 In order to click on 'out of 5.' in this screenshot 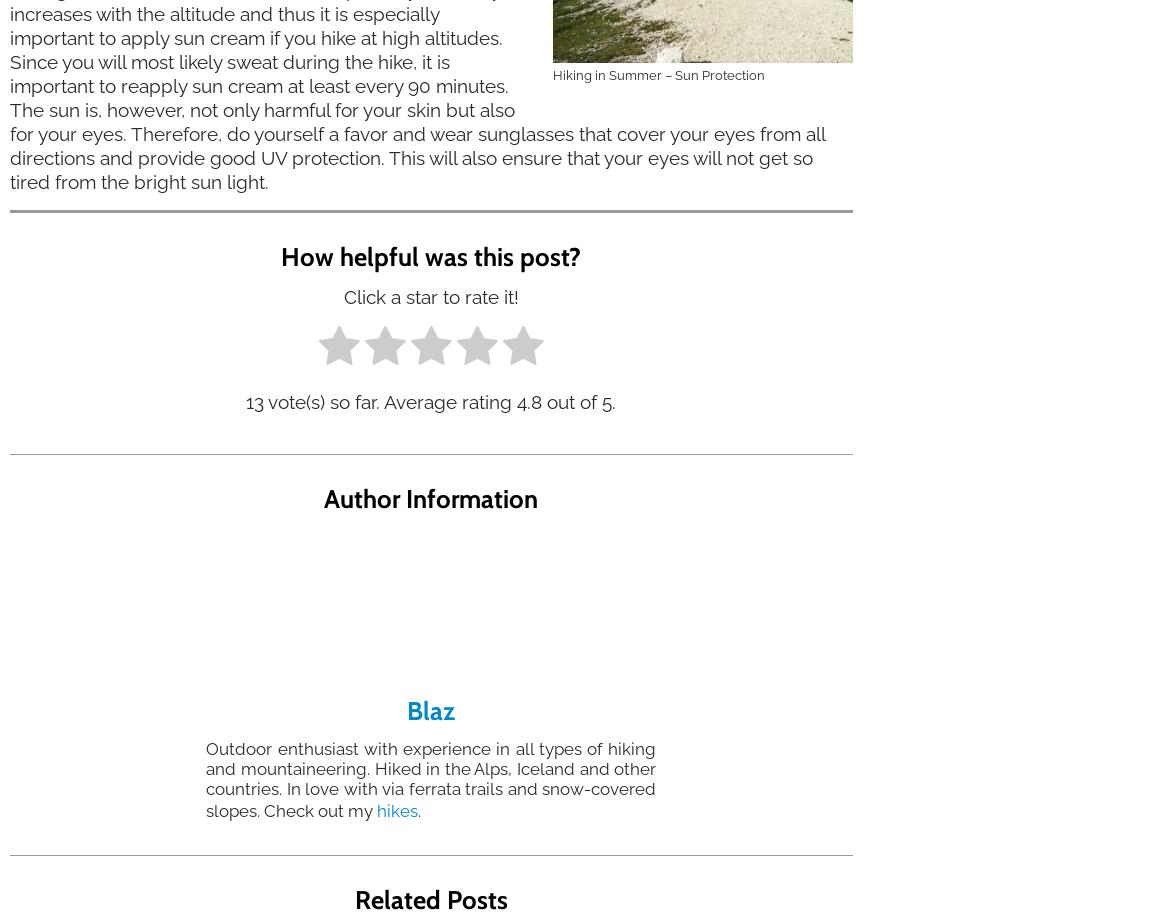, I will do `click(578, 401)`.